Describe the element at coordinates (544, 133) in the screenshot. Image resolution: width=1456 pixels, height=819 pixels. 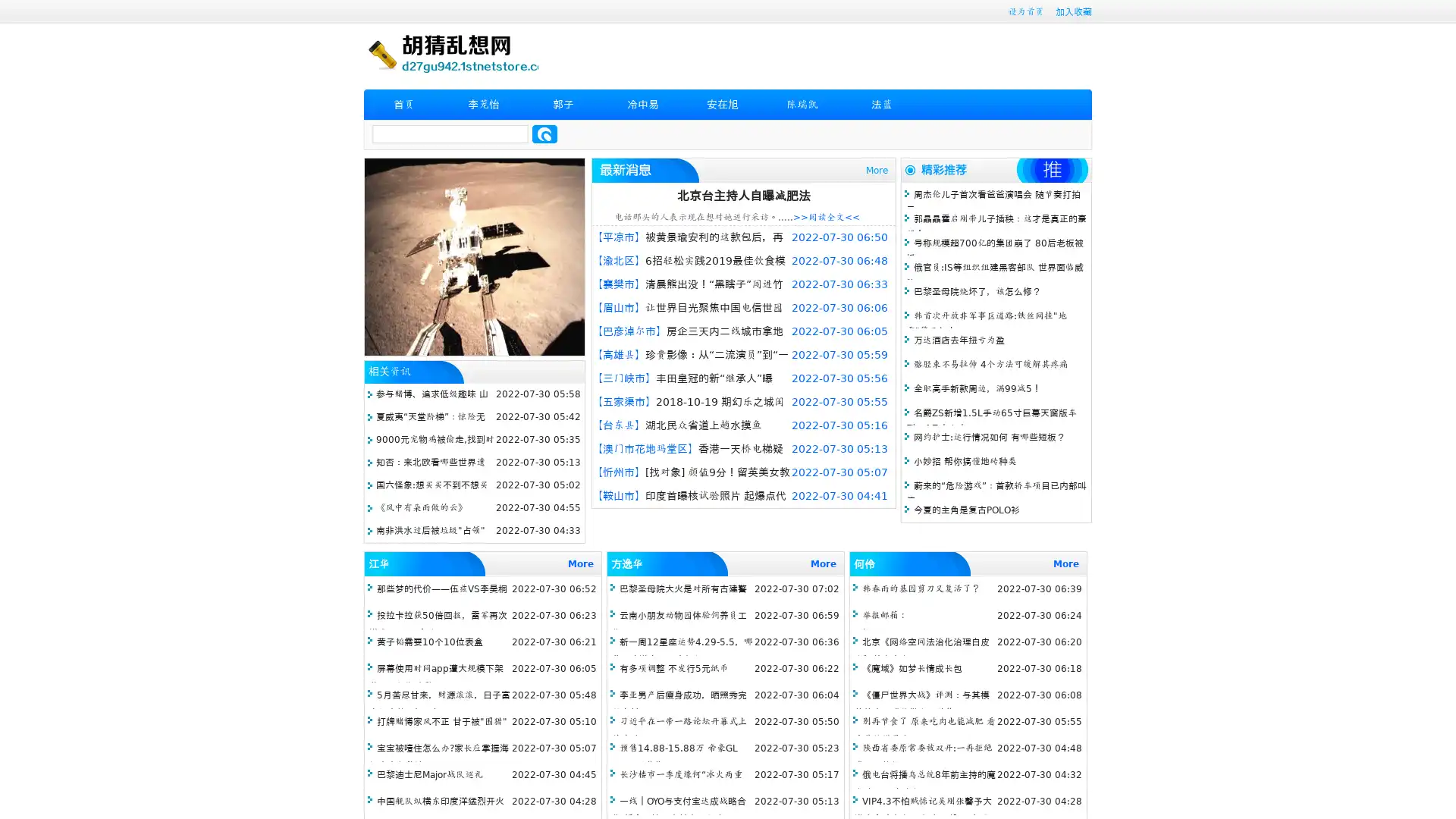
I see `Search` at that location.